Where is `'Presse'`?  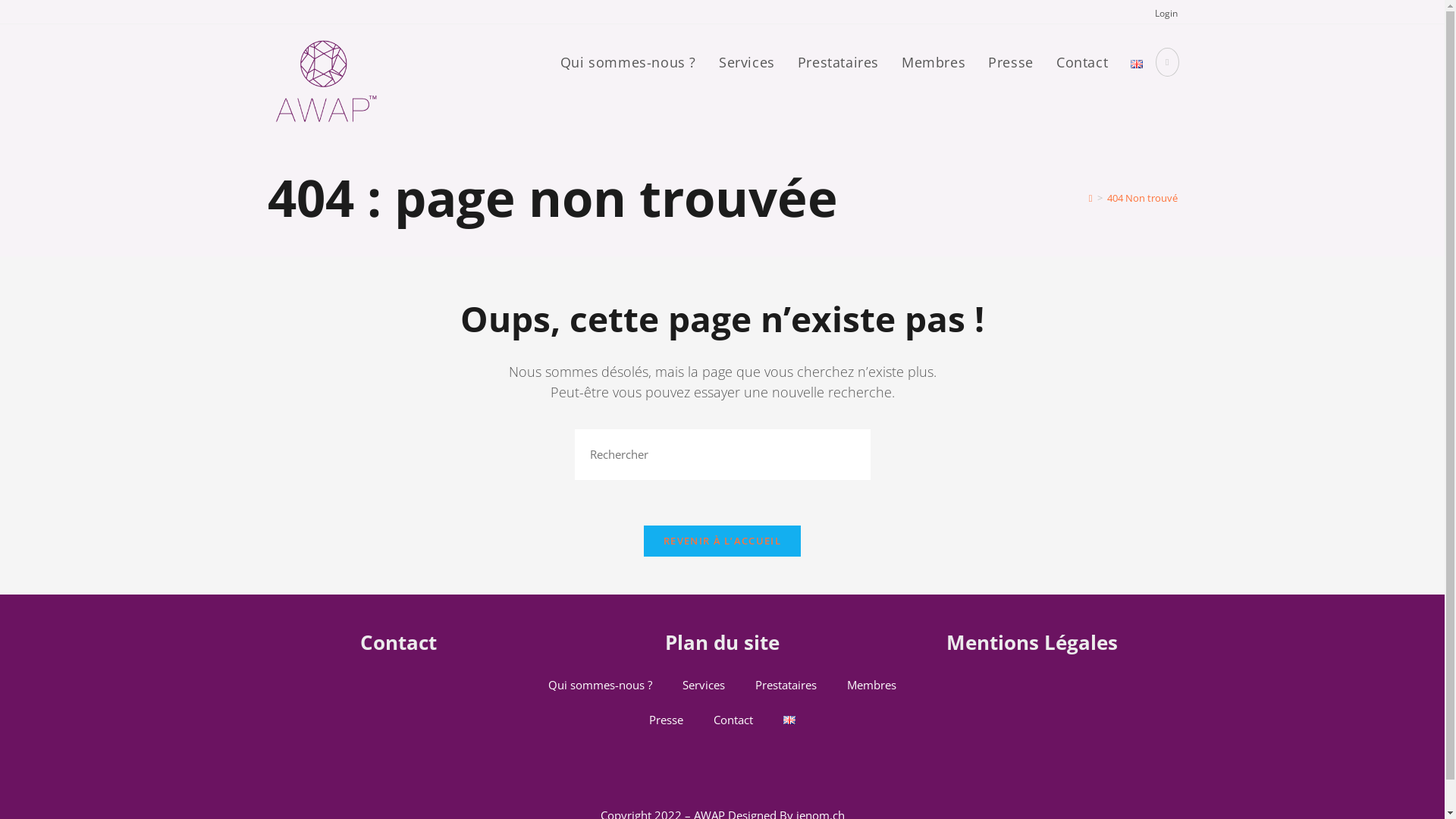
'Presse' is located at coordinates (666, 718).